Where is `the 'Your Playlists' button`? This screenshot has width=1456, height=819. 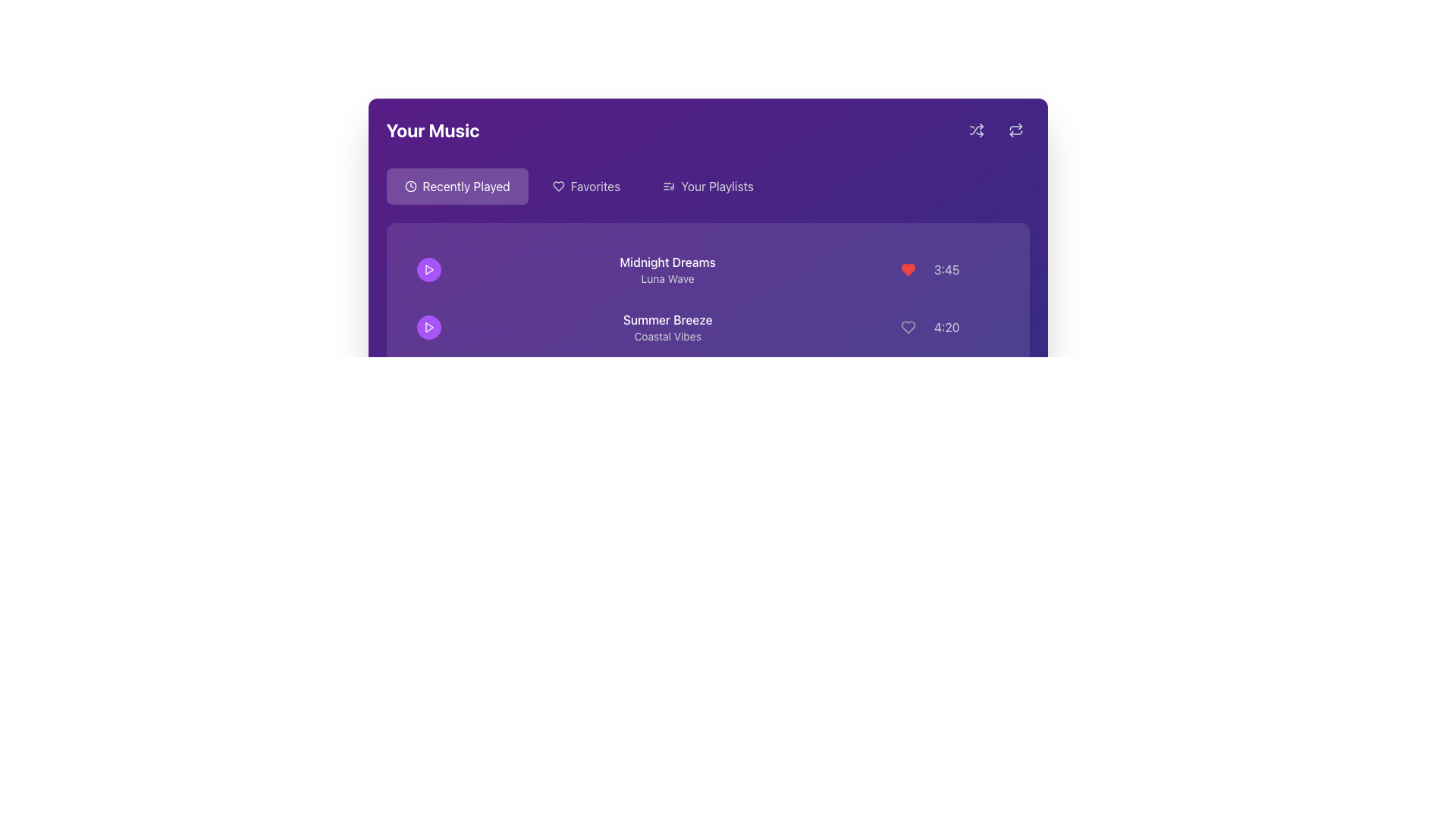 the 'Your Playlists' button is located at coordinates (708, 186).